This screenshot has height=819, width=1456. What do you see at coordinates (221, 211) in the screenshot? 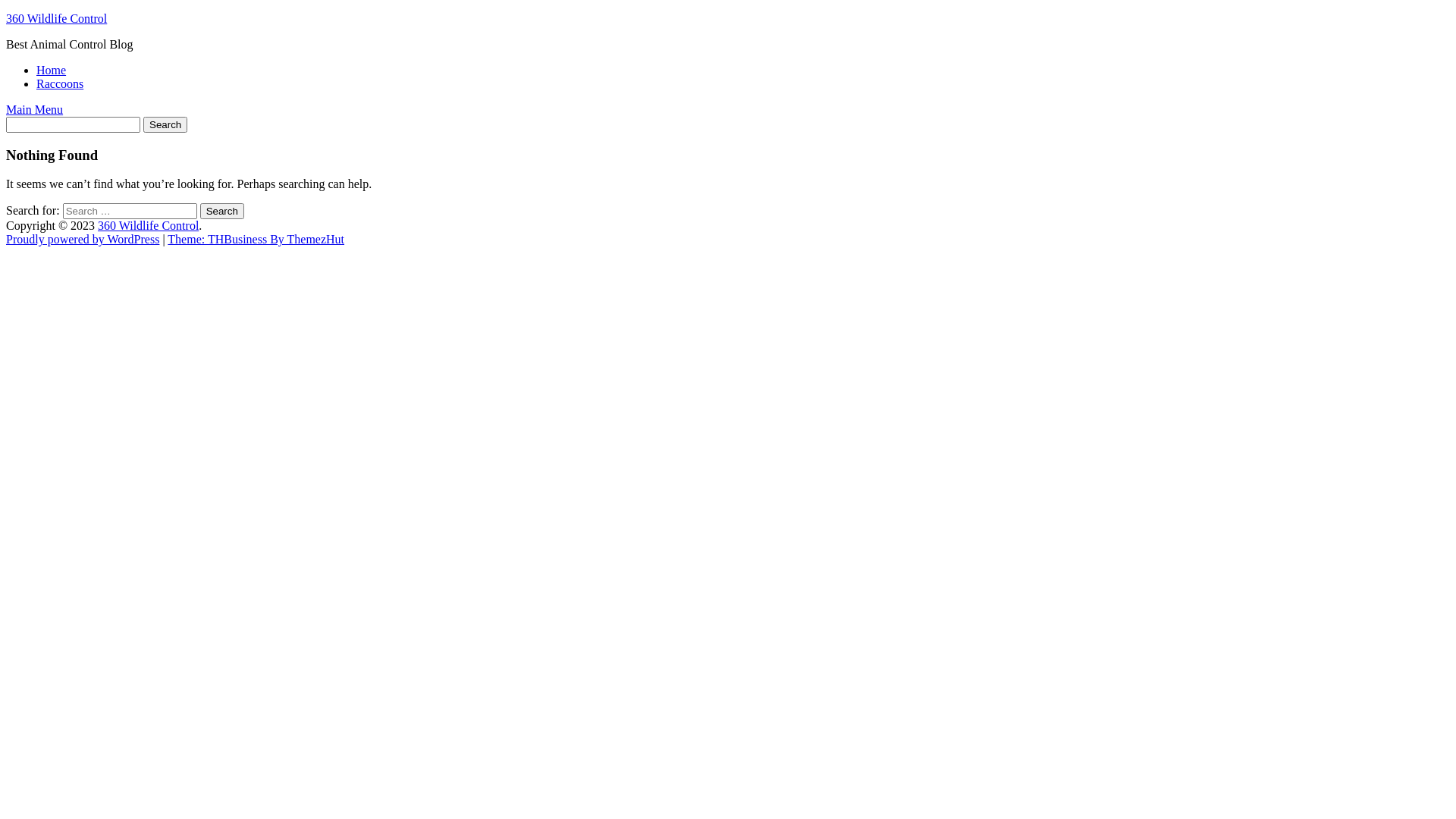
I see `'Search'` at bounding box center [221, 211].